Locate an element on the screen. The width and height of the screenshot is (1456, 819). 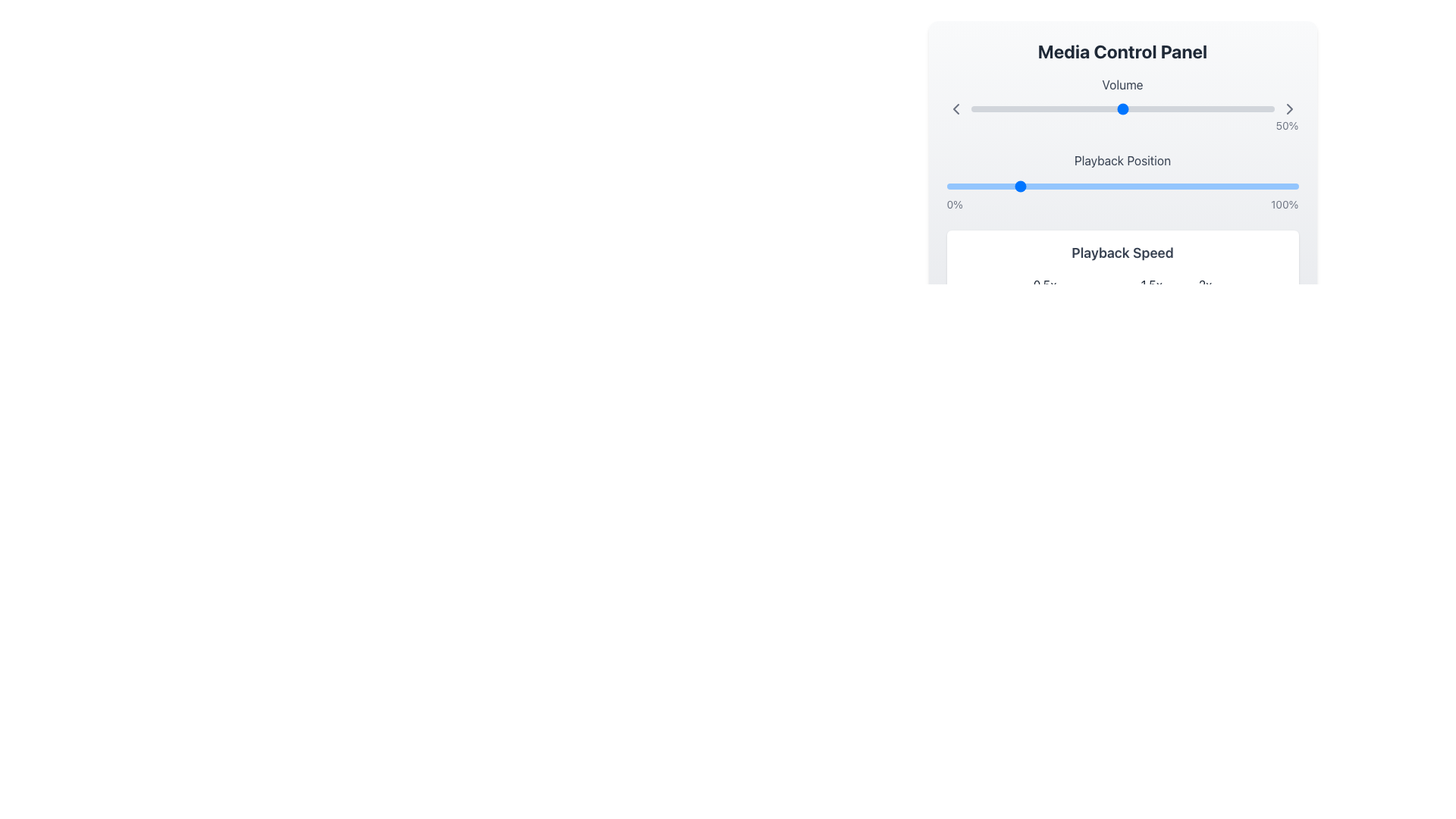
volume is located at coordinates (1125, 108).